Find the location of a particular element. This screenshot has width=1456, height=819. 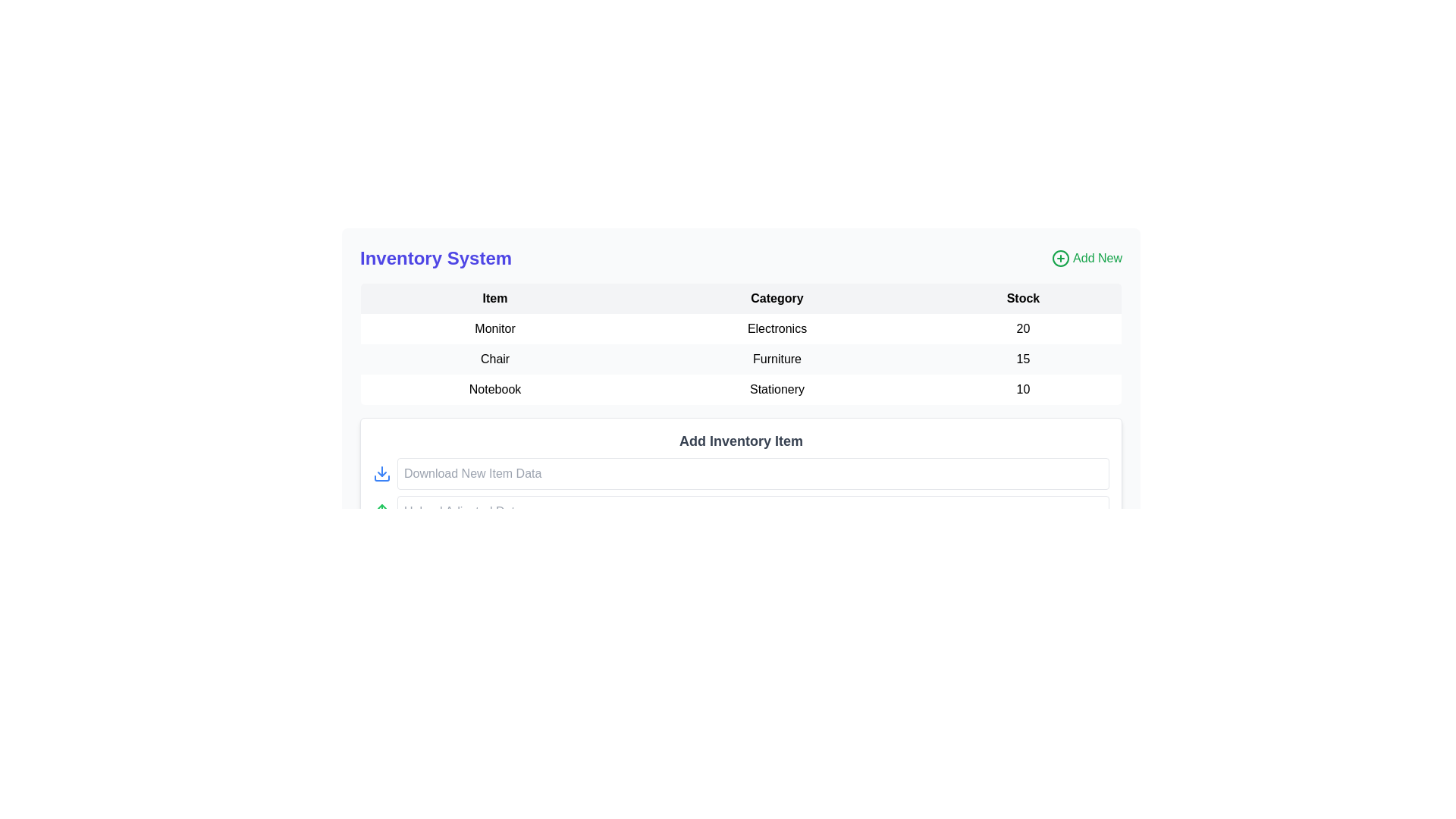

the 'Chair' text label in the inventory system's table, located in the second row under the 'Item' column is located at coordinates (494, 359).